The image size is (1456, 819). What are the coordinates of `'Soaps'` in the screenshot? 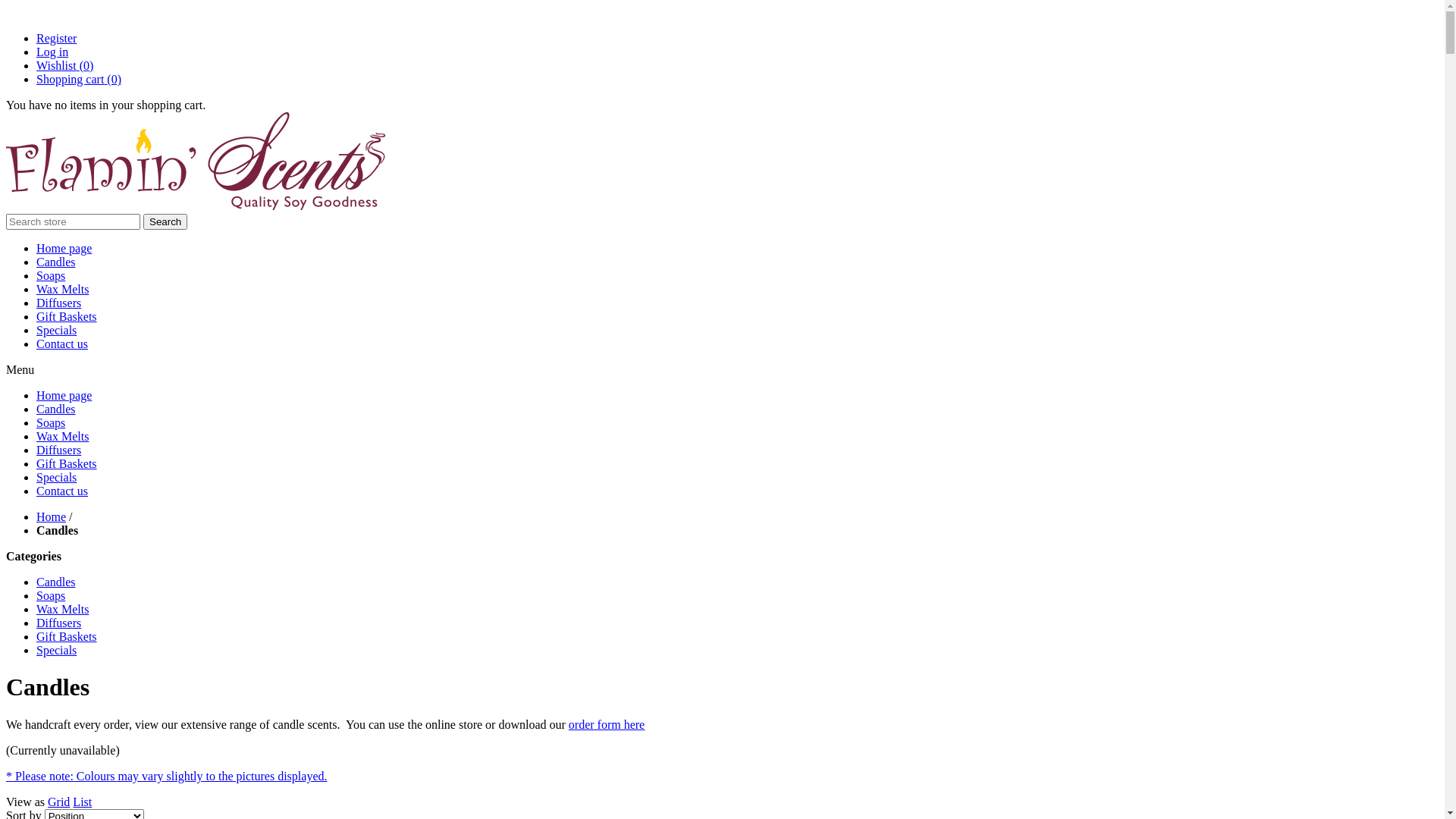 It's located at (51, 275).